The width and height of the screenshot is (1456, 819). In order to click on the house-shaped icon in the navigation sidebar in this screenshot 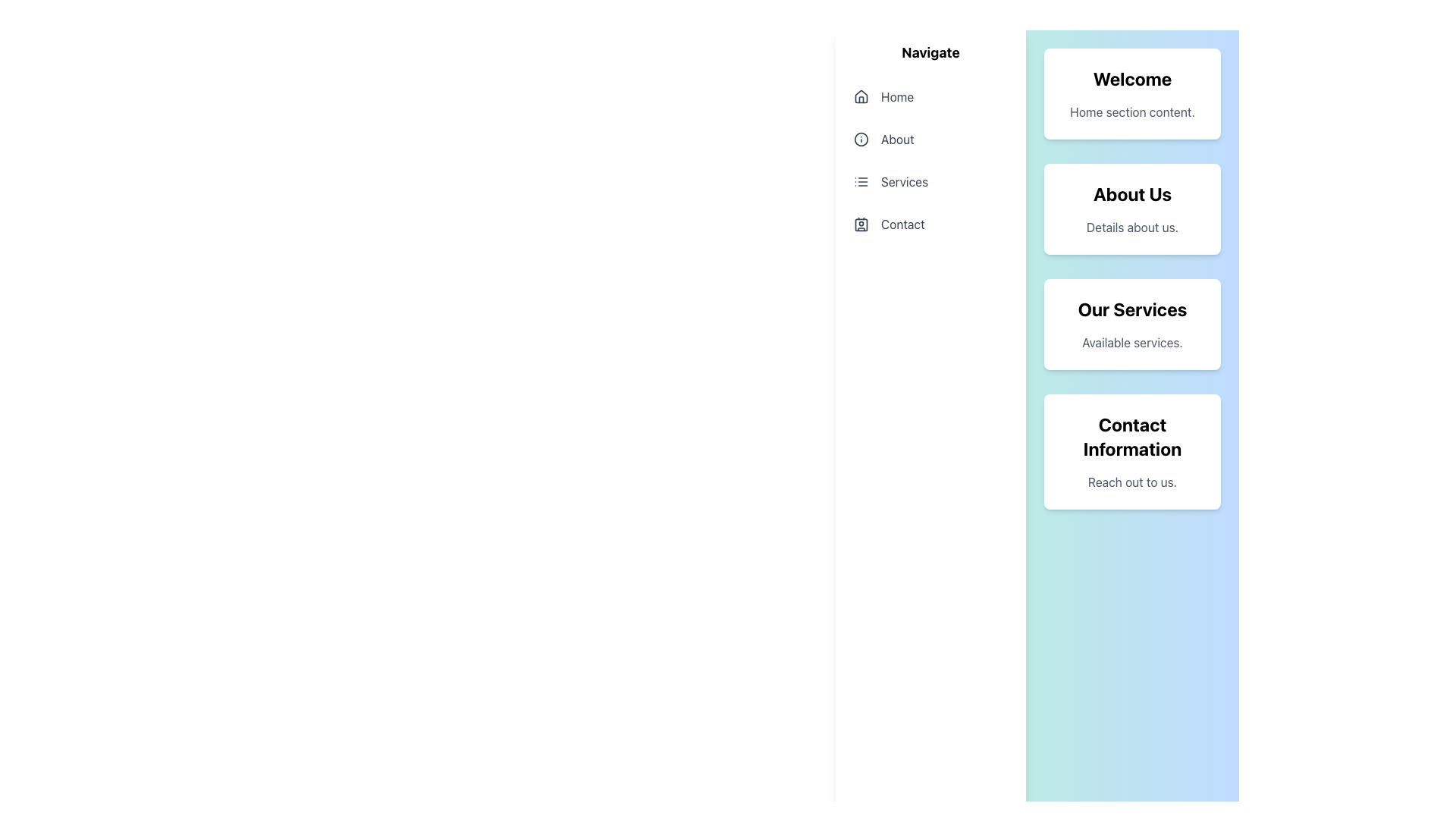, I will do `click(861, 96)`.